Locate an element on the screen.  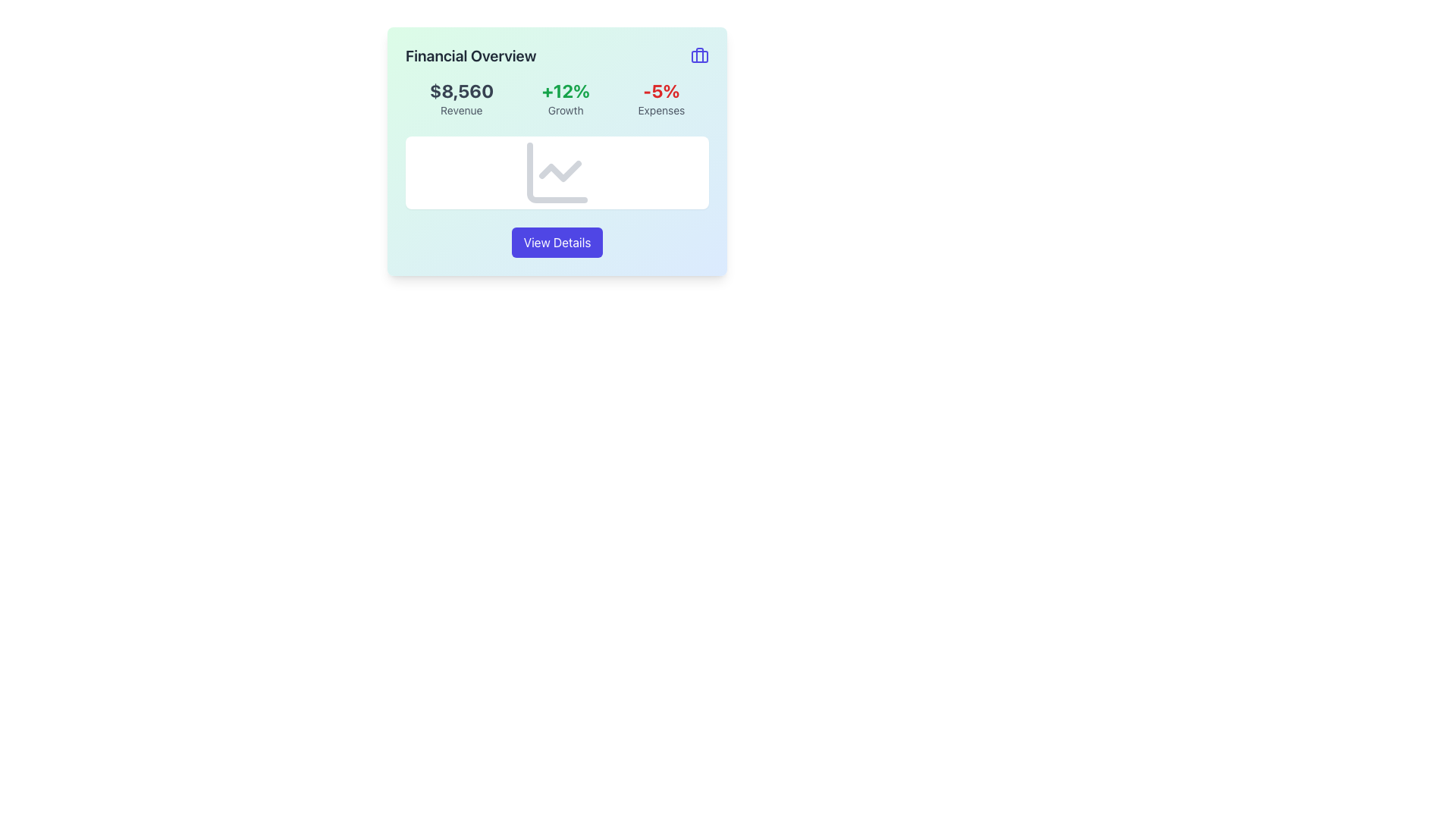
the Informational Text Block displaying the numerical value '$8,560' and the label 'Revenue', which is styled in bold and large font, located on the left side of the row in the Financial Overview section is located at coordinates (460, 99).